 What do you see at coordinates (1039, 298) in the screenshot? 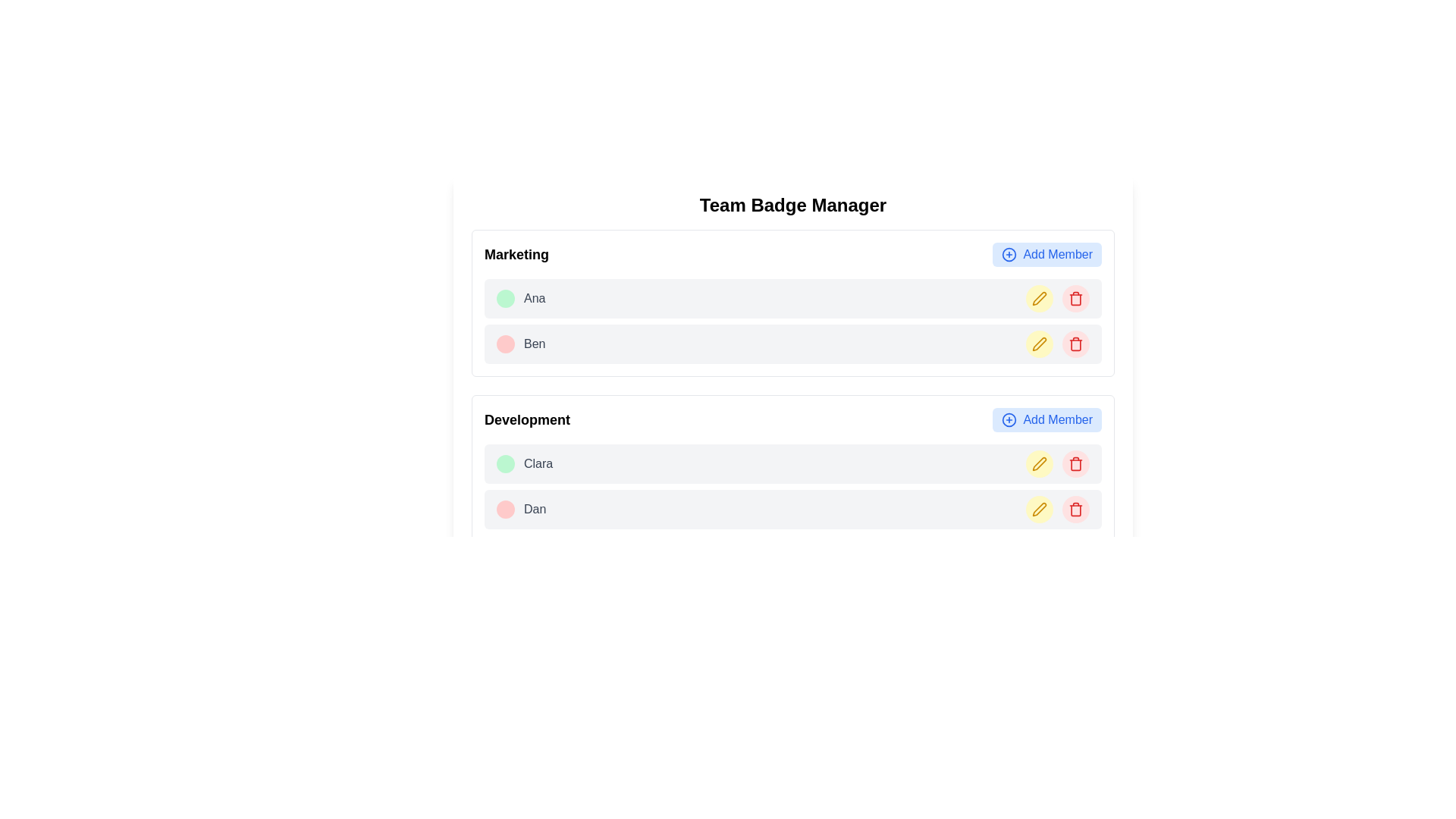
I see `the edit button located in the 'Marketing' department section for the user 'Ben', positioned to the right of the row and preceding the red delete button` at bounding box center [1039, 298].